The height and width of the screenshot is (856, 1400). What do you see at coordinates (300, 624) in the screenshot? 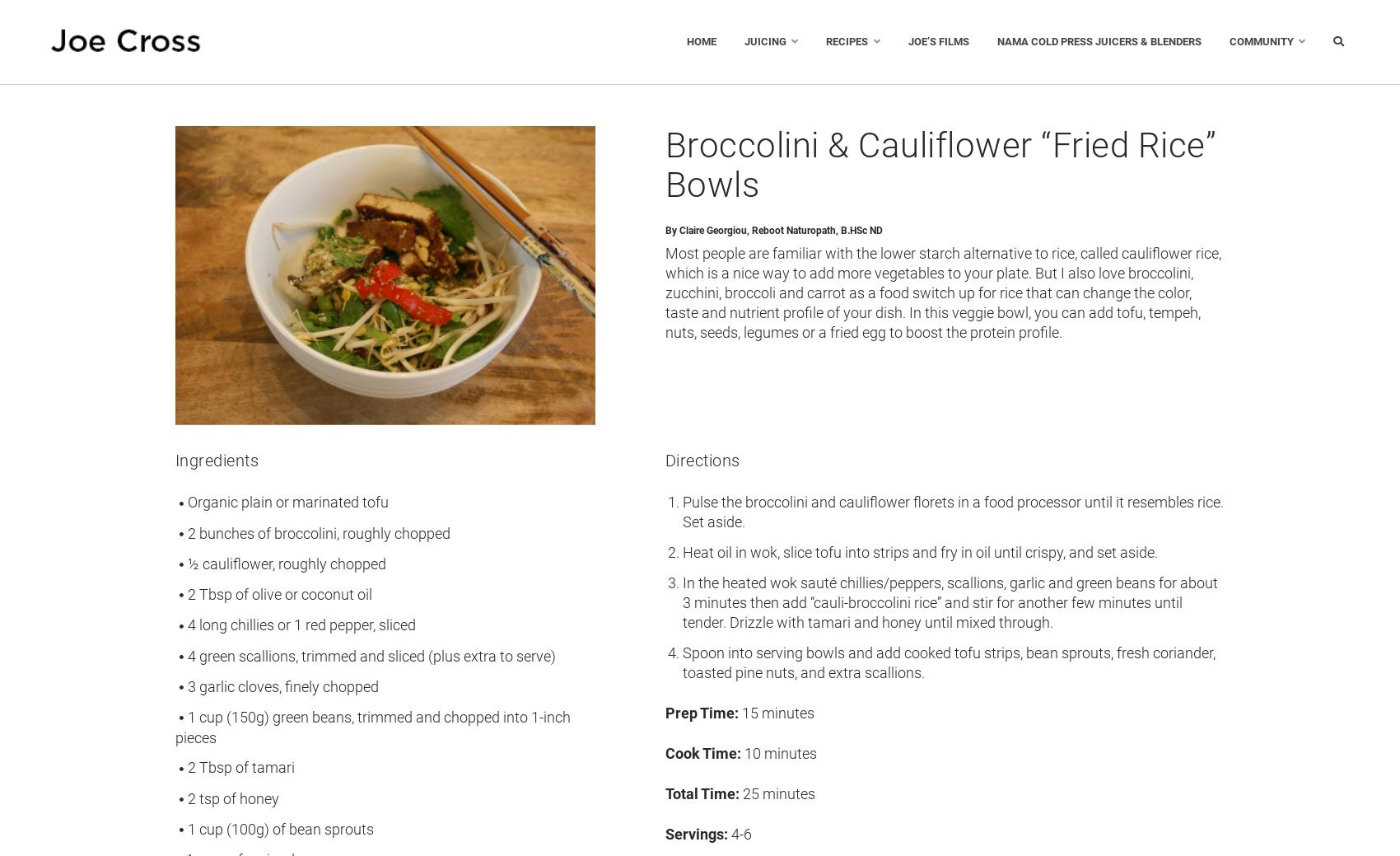
I see `'4 long chillies or 1 red pepper, sliced'` at bounding box center [300, 624].